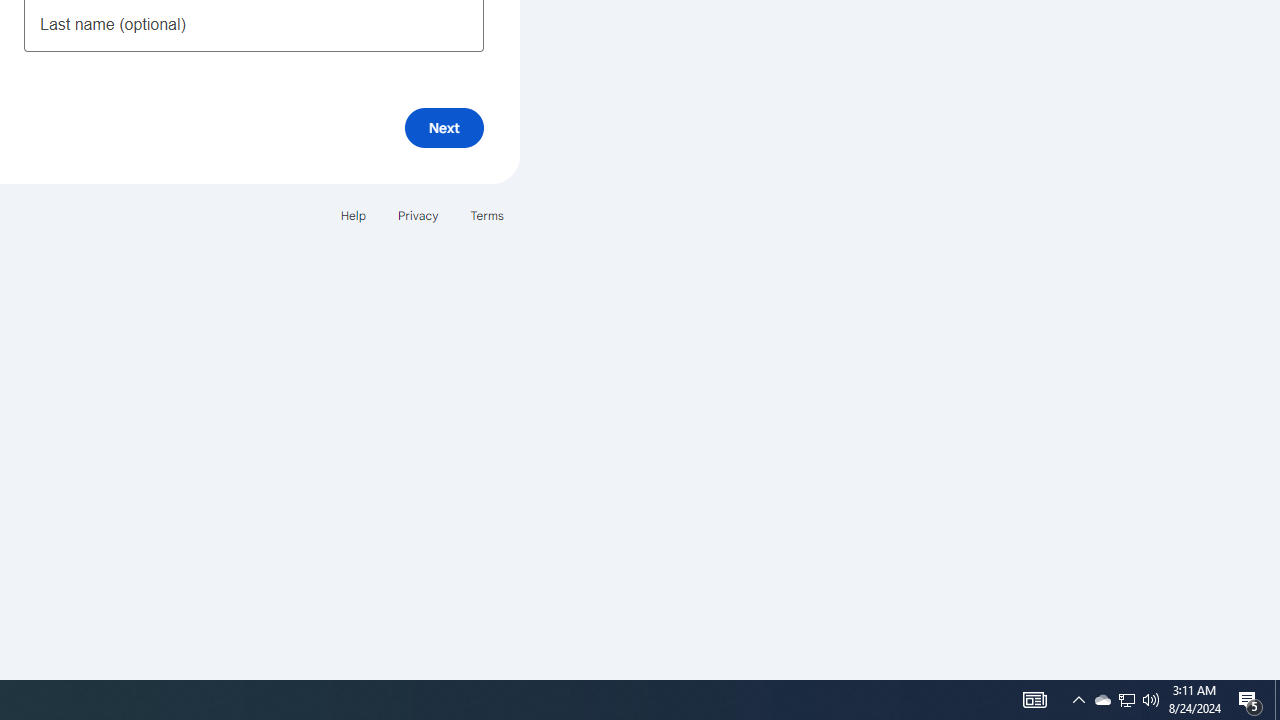 Image resolution: width=1280 pixels, height=720 pixels. Describe the element at coordinates (416, 215) in the screenshot. I see `'Privacy'` at that location.